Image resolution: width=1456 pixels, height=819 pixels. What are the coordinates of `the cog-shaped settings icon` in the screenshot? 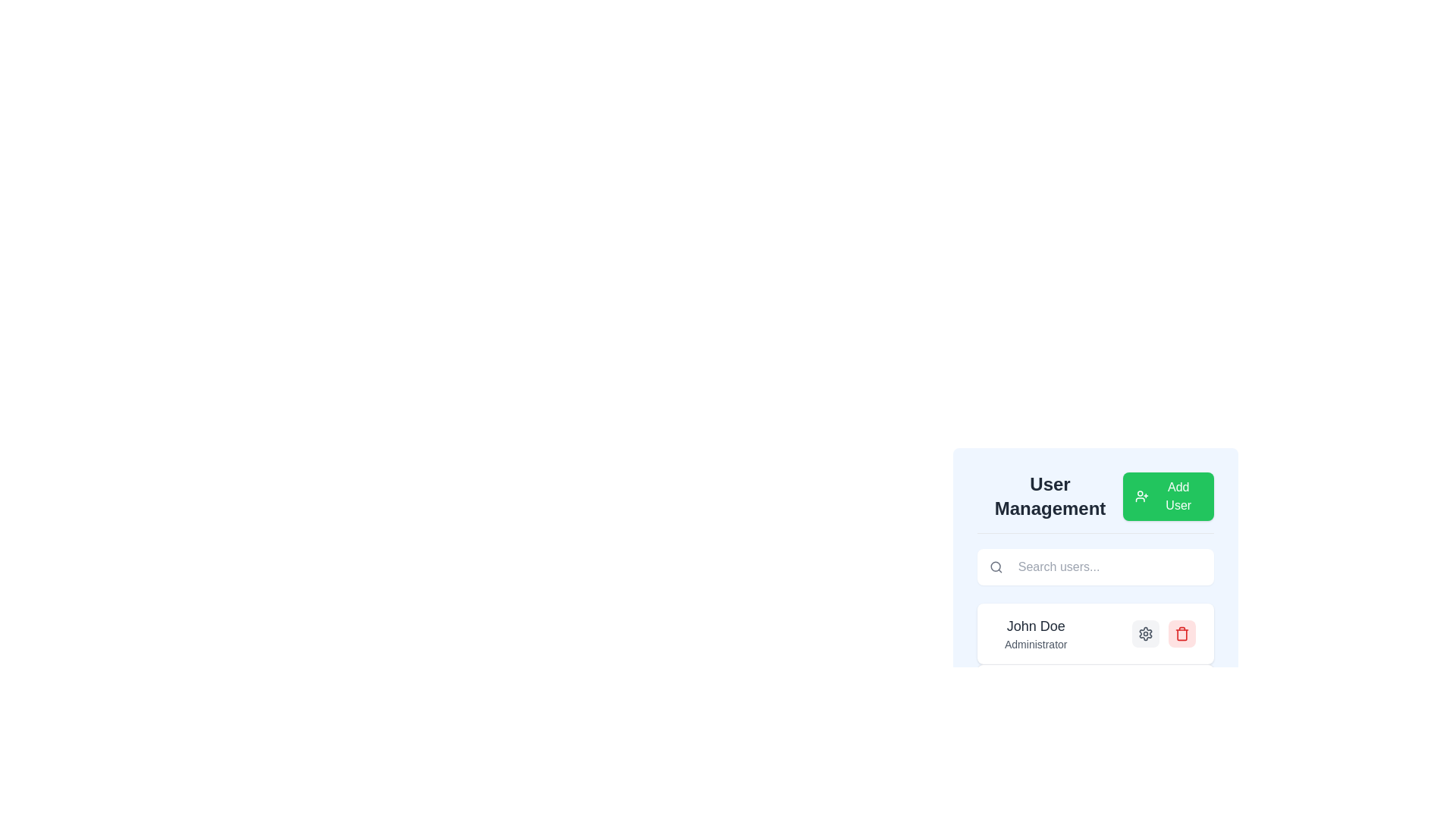 It's located at (1146, 634).